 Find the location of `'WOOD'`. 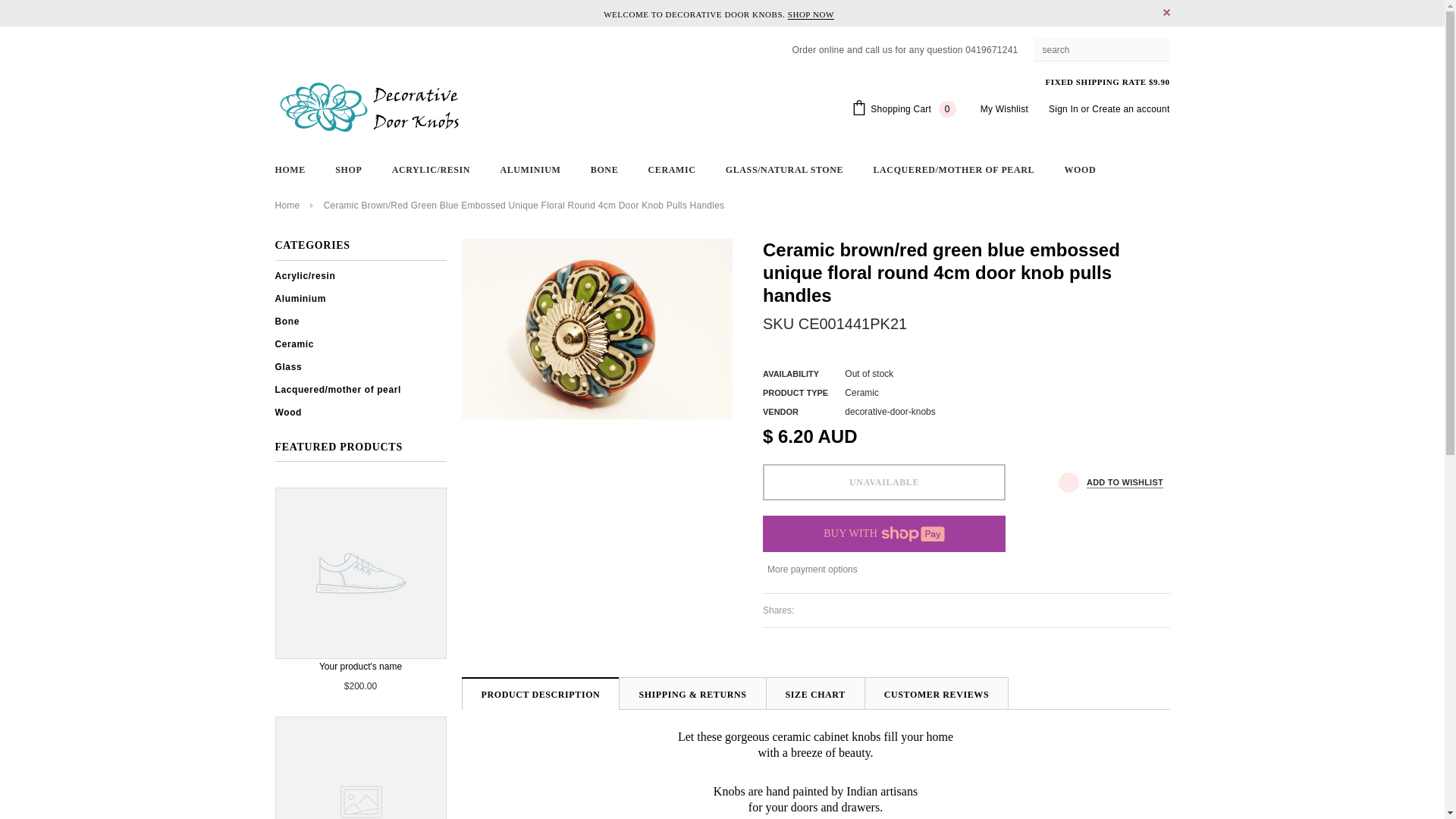

'WOOD' is located at coordinates (1079, 169).